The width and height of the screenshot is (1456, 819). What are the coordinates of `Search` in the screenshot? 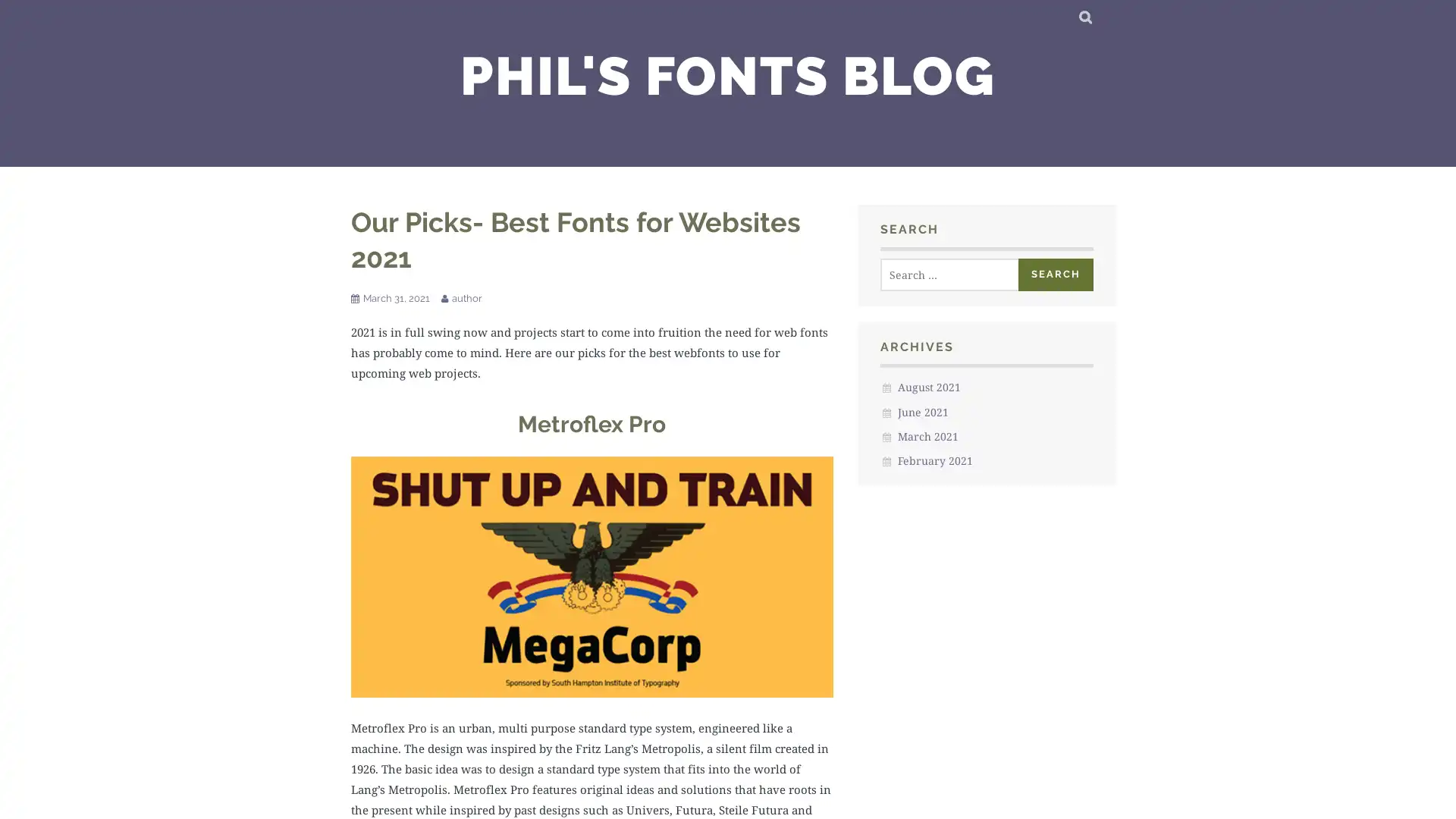 It's located at (1055, 274).